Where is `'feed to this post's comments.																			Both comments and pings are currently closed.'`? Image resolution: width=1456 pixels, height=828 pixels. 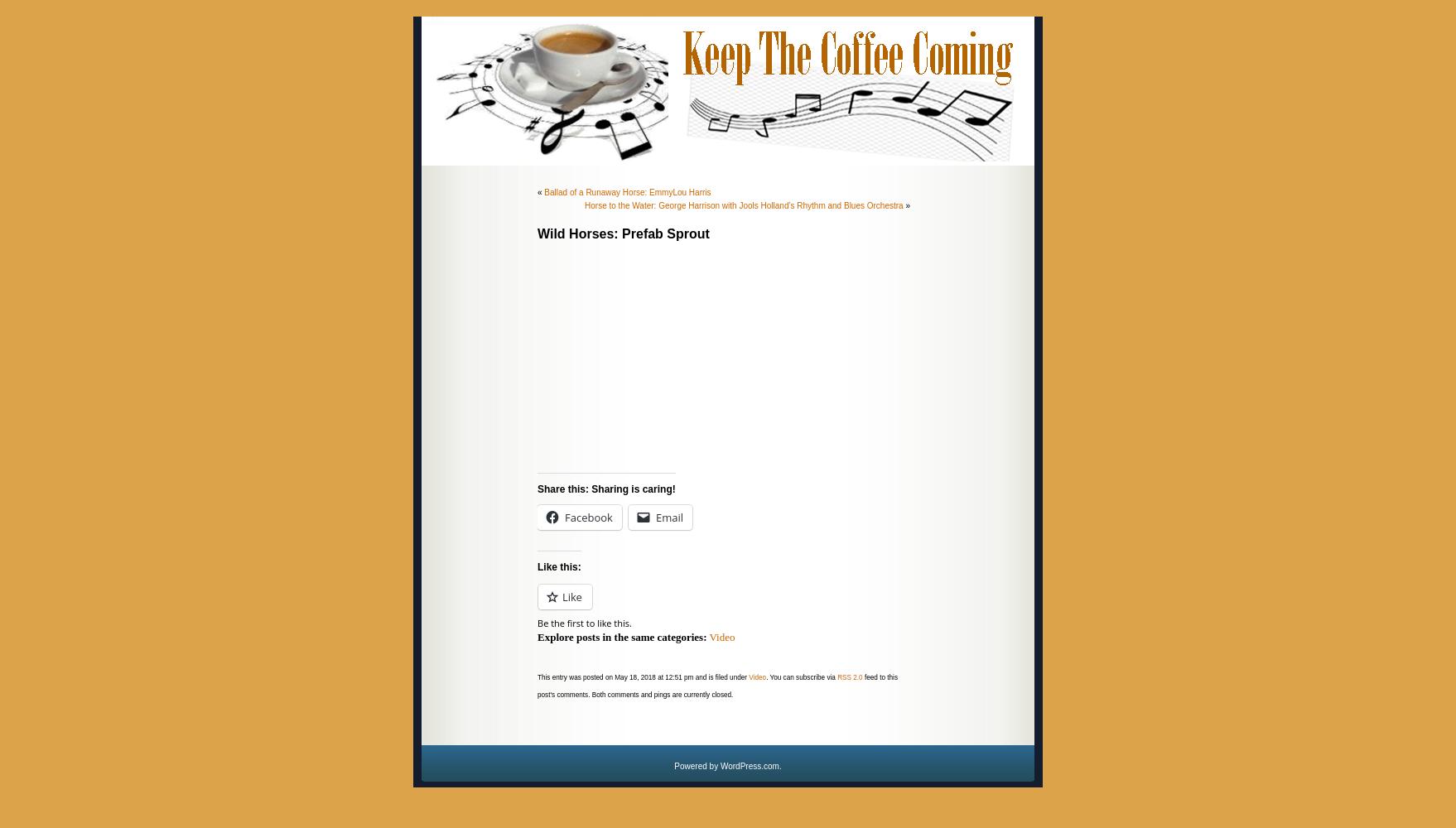
'feed to this post's comments.																			Both comments and pings are currently closed.' is located at coordinates (716, 685).